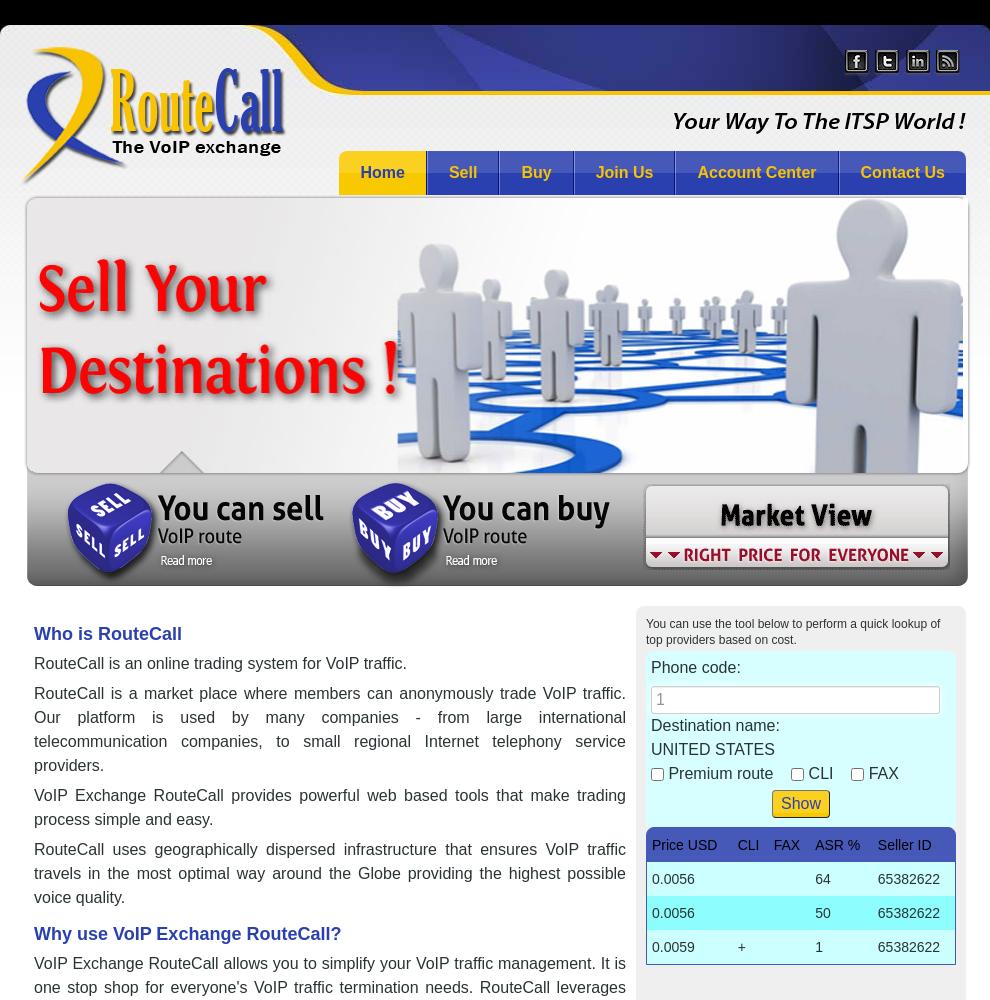 This screenshot has width=990, height=1000. What do you see at coordinates (740, 946) in the screenshot?
I see `'+'` at bounding box center [740, 946].